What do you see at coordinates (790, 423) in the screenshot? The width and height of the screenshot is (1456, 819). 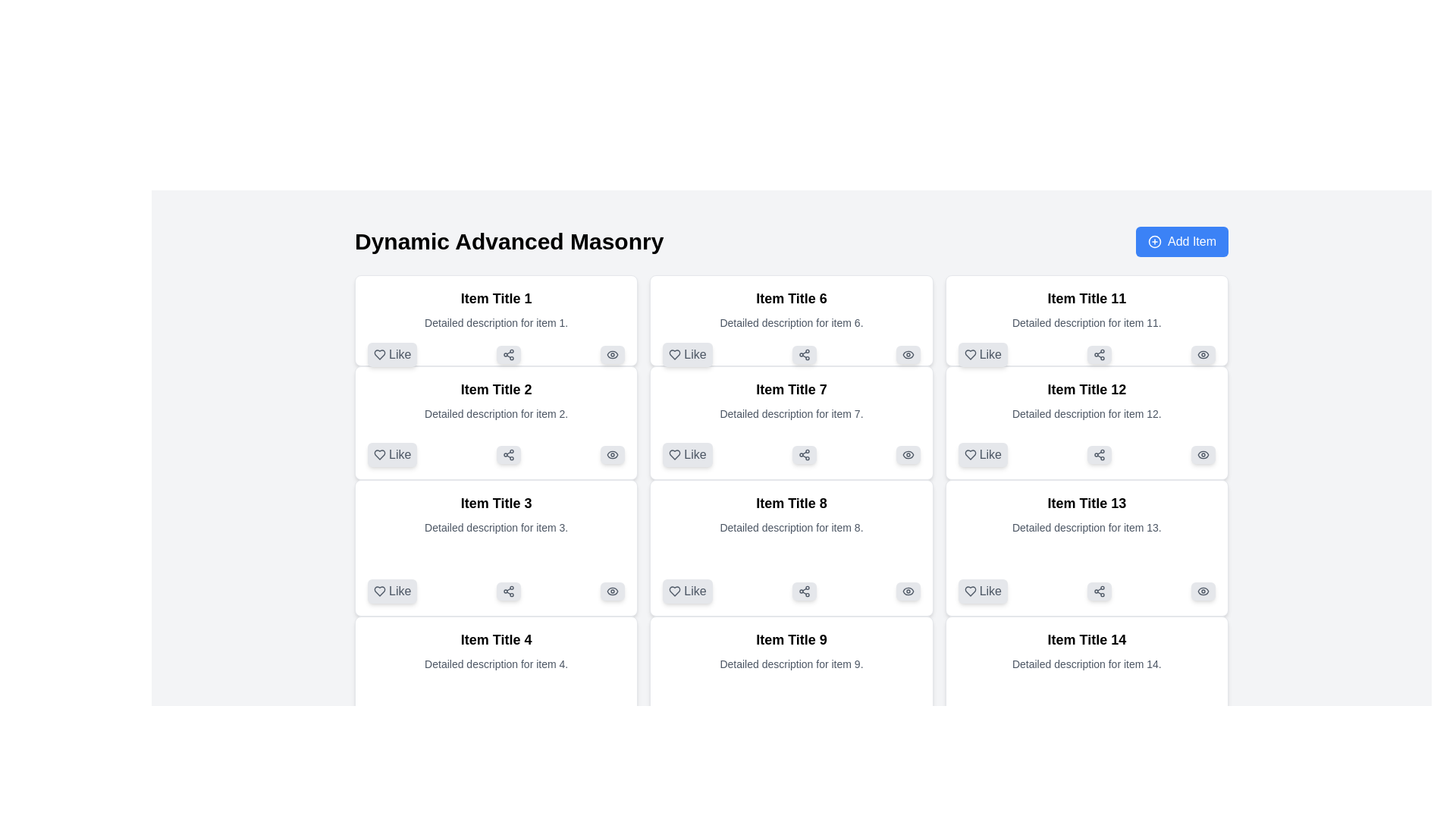 I see `the 'Like' button on the content card showcasing an item or article, located in the second column and second row of the grid layout` at bounding box center [790, 423].